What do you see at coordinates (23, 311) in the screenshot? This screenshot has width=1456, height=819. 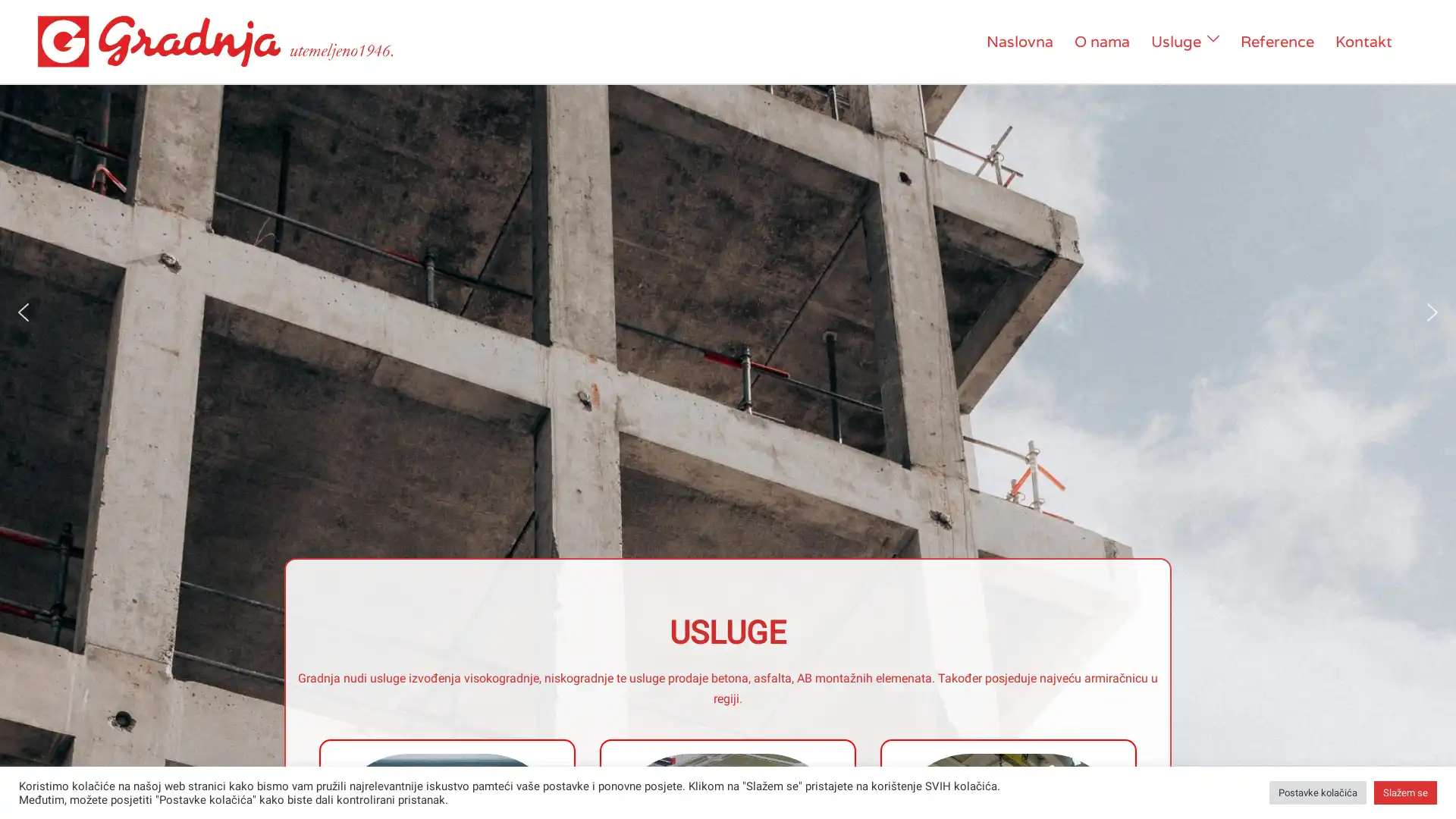 I see `previous arrow` at bounding box center [23, 311].